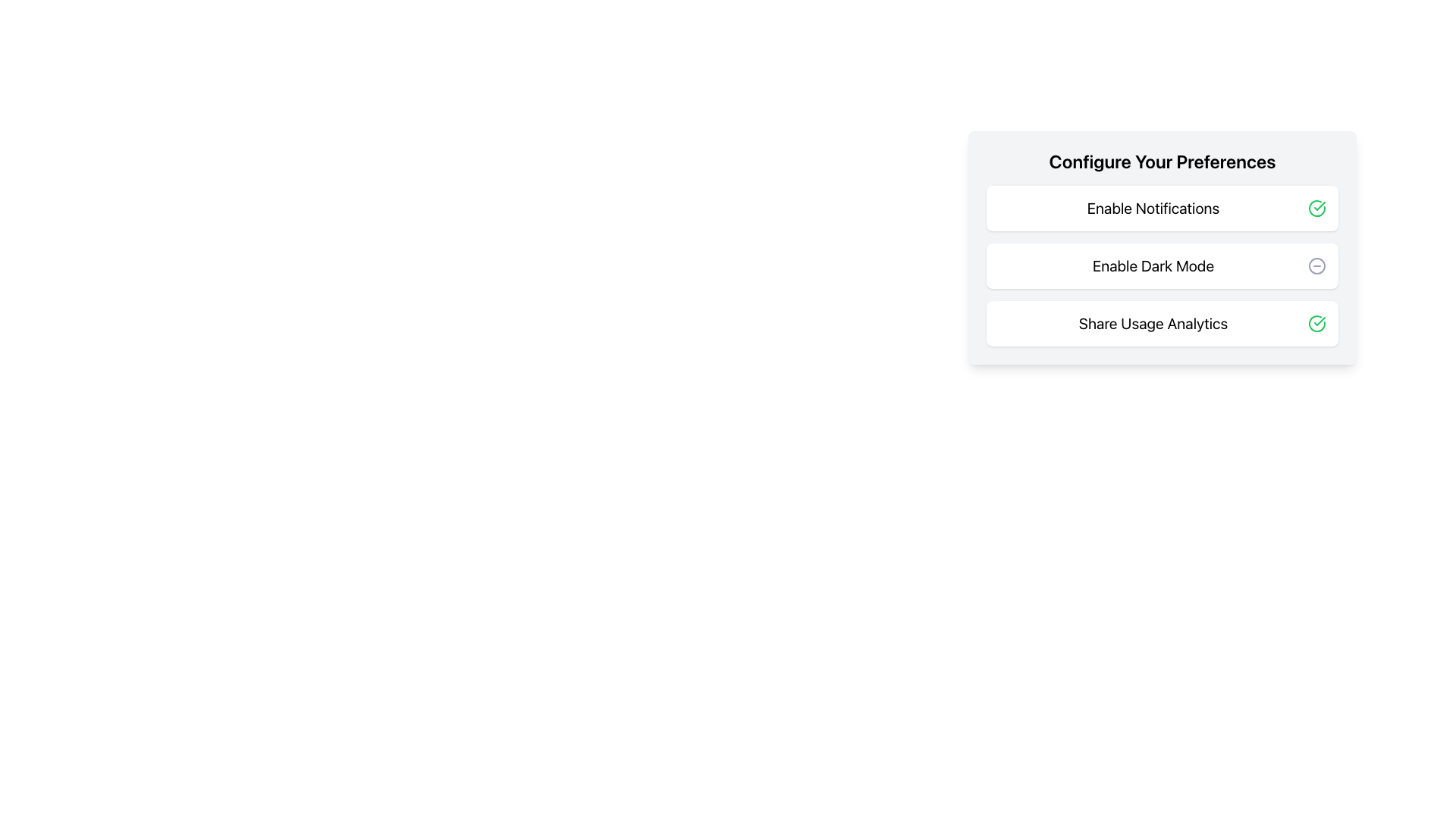 Image resolution: width=1456 pixels, height=819 pixels. I want to click on the text label for the dark mode configuration option, which is left-aligned in the second row of the vertically stacked list, positioned under 'Enable Notifications' and above 'Share Usage Analytics', so click(1153, 265).